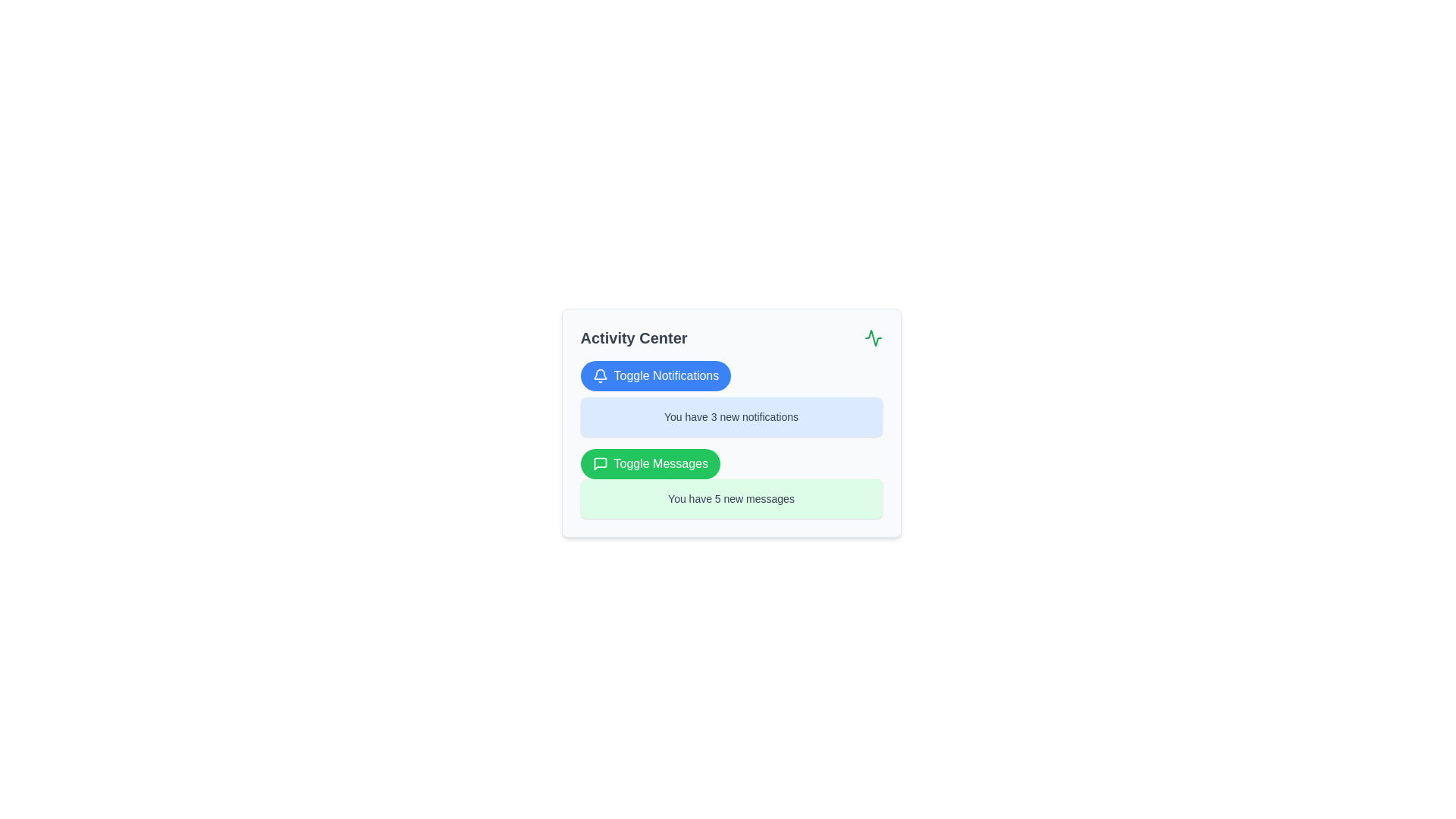  Describe the element at coordinates (599, 463) in the screenshot. I see `the speech bubble icon within the 'Toggle Messages' green button in the 'Activity Center' panel` at that location.